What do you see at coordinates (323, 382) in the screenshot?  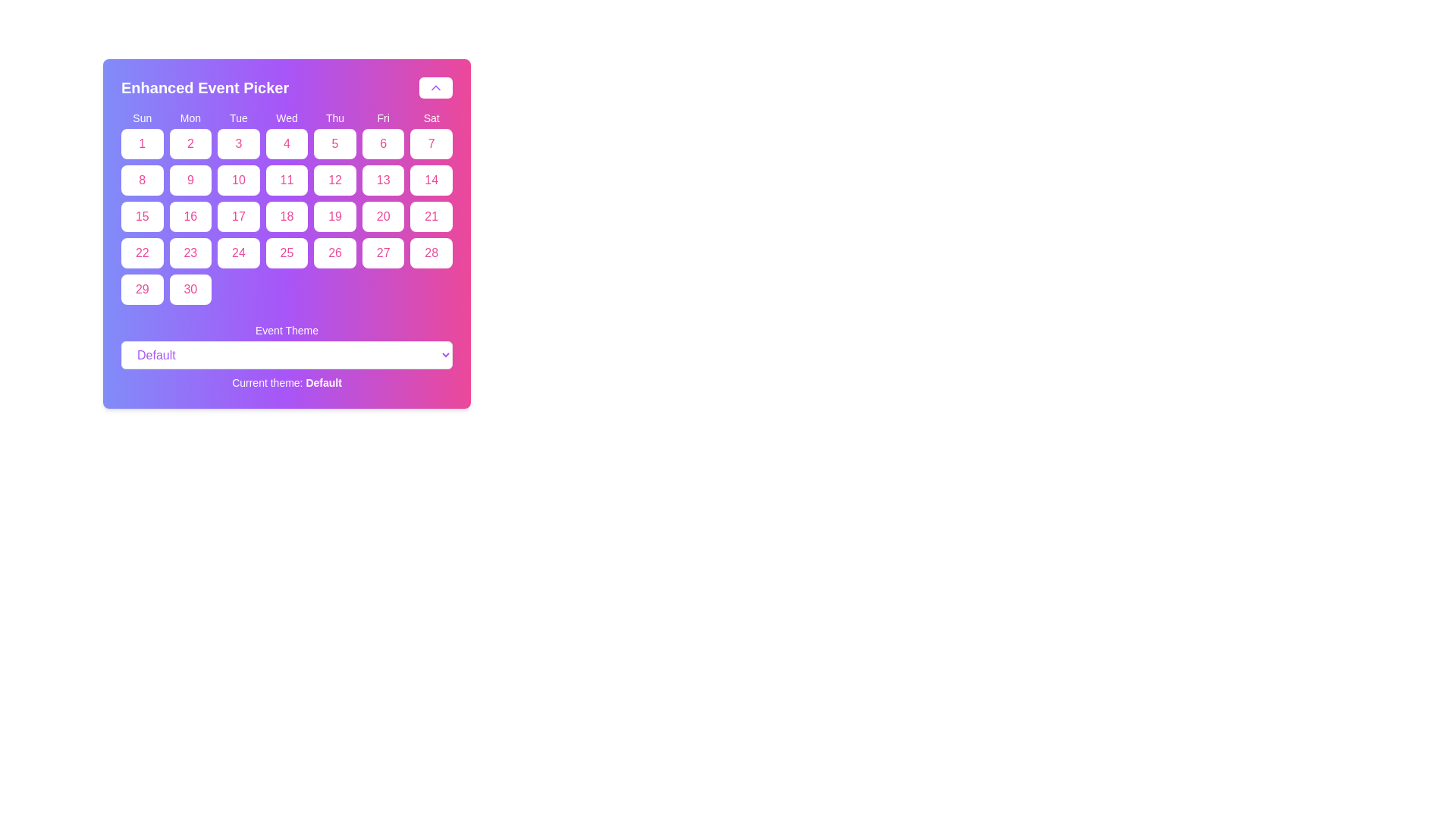 I see `the text label displaying 'Default', which is part of the line 'Current theme: Default', located at the bottom of the interface` at bounding box center [323, 382].